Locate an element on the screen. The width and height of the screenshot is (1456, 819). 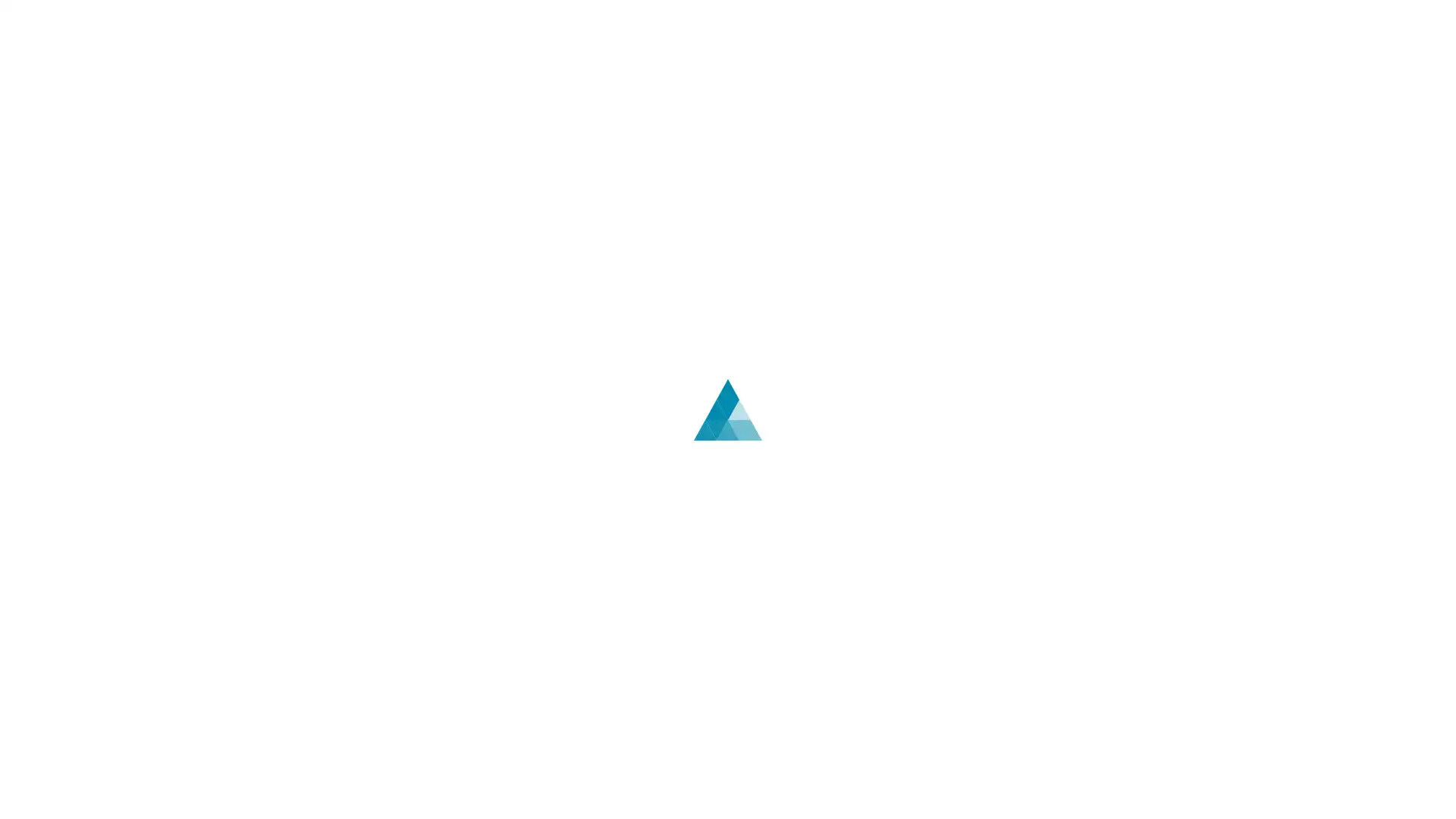
English is located at coordinates (875, 580).